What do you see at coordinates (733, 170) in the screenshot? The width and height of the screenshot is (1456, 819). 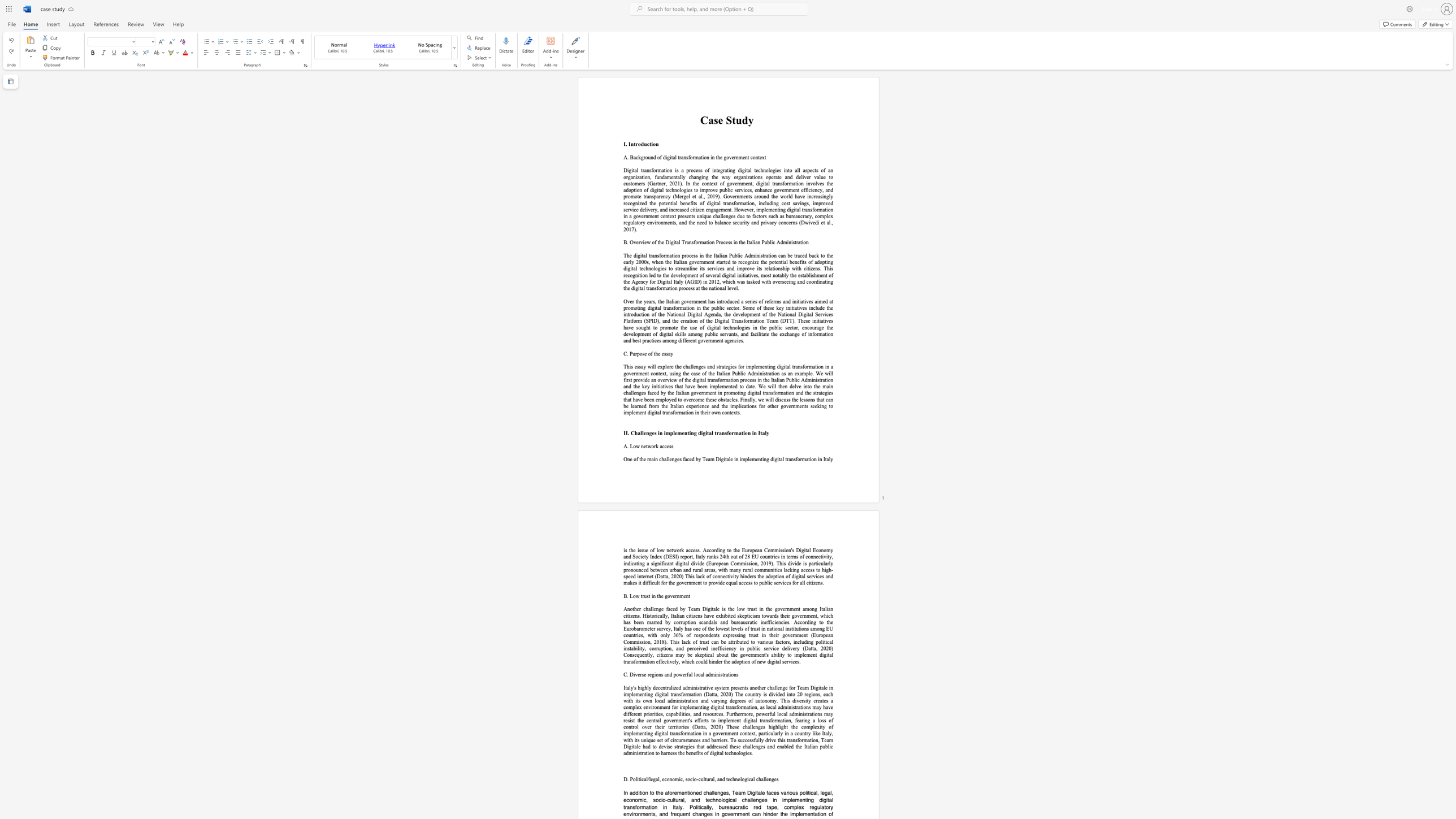 I see `the 3th character "g" in the text` at bounding box center [733, 170].